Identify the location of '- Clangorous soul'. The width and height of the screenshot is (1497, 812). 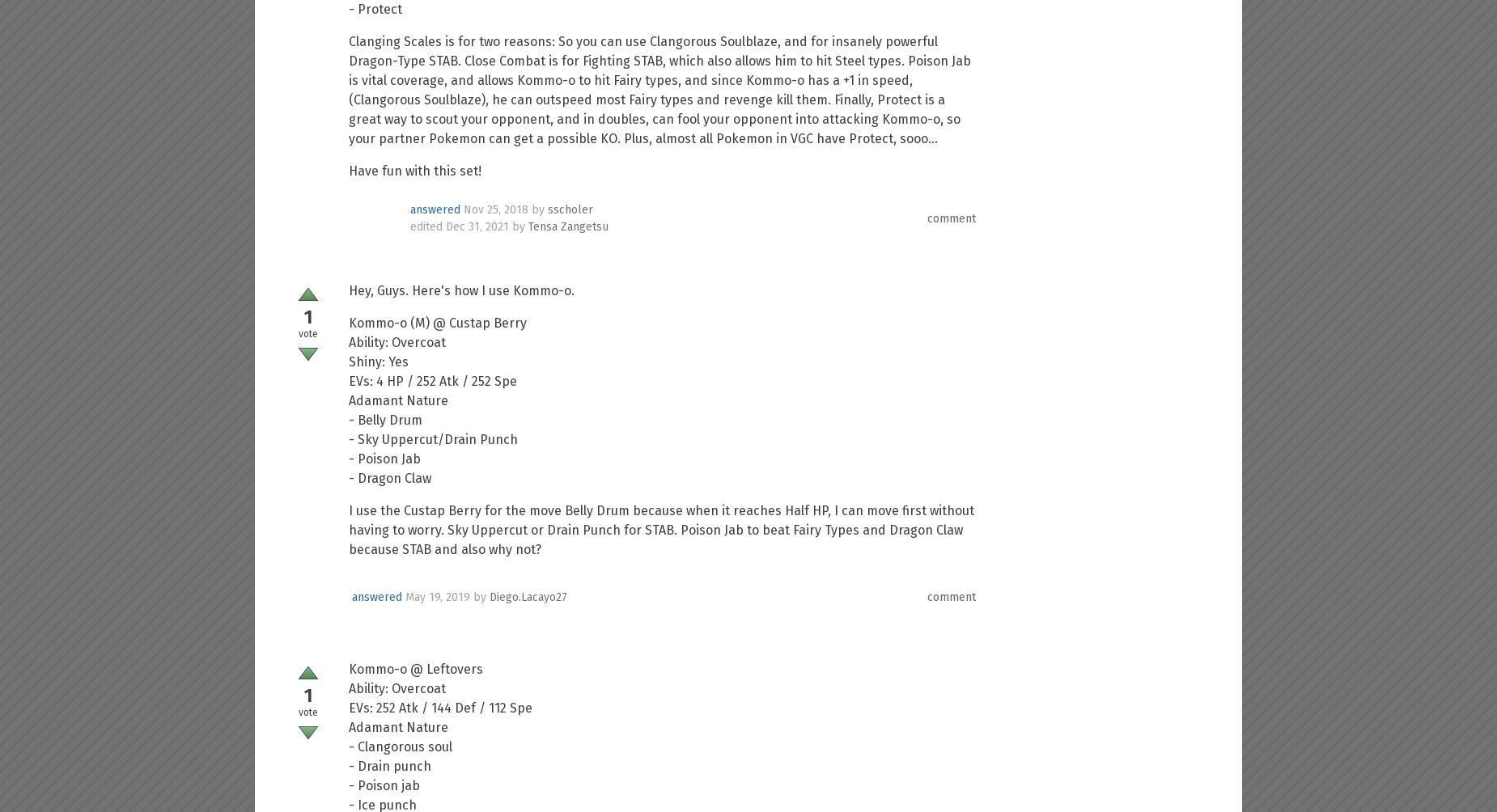
(348, 746).